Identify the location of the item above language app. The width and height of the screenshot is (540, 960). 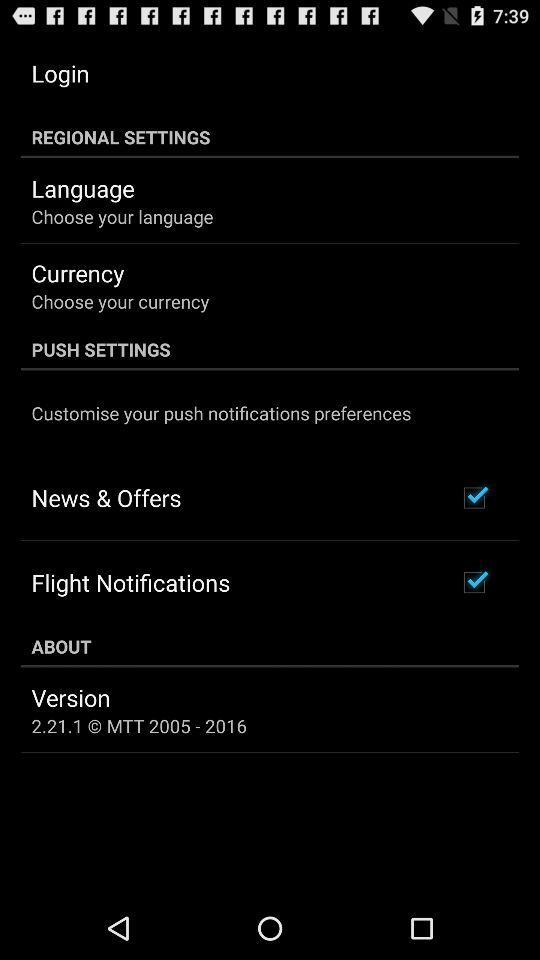
(270, 136).